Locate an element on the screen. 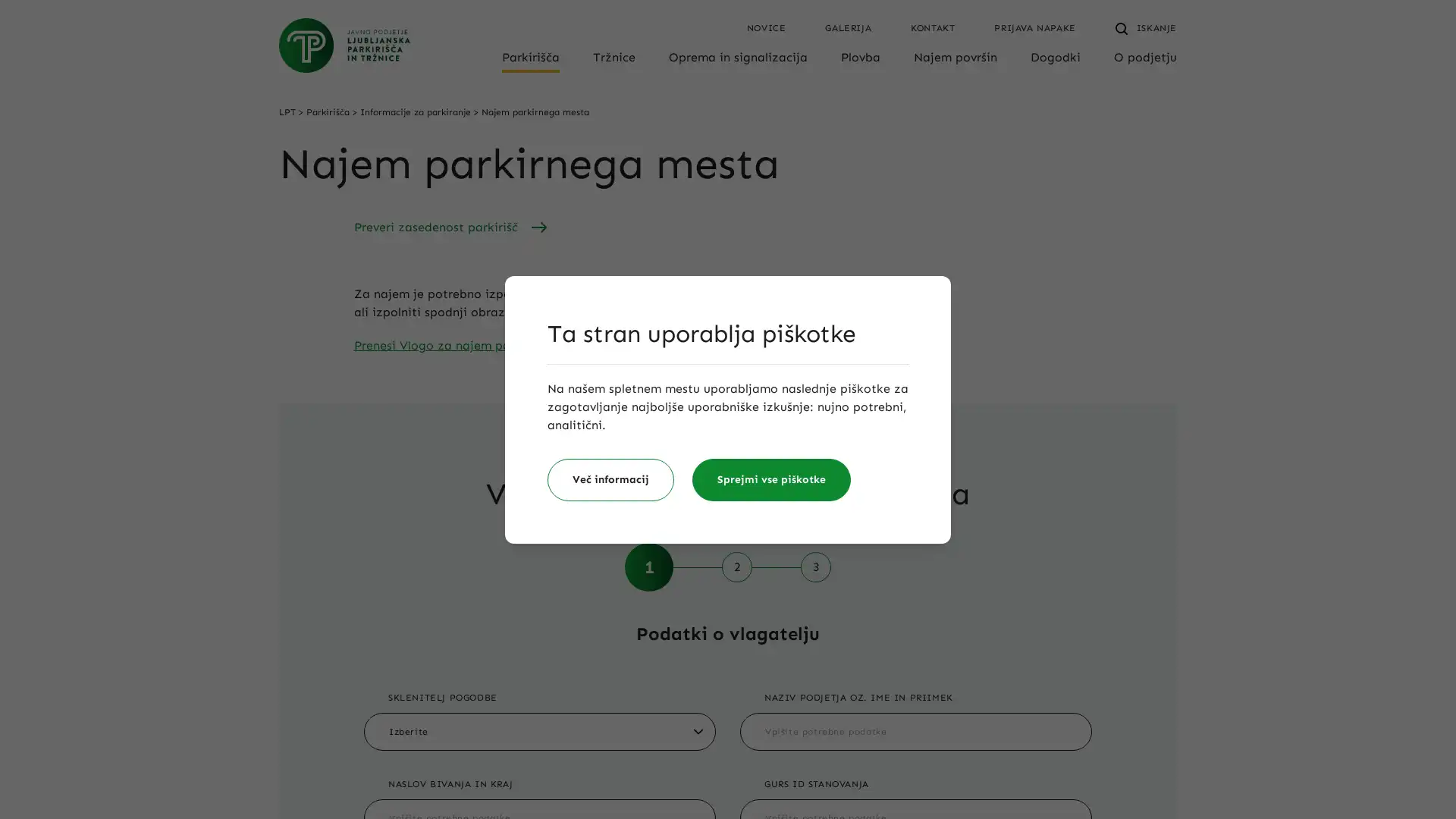  Sprejmi vse piskotke is located at coordinates (771, 479).